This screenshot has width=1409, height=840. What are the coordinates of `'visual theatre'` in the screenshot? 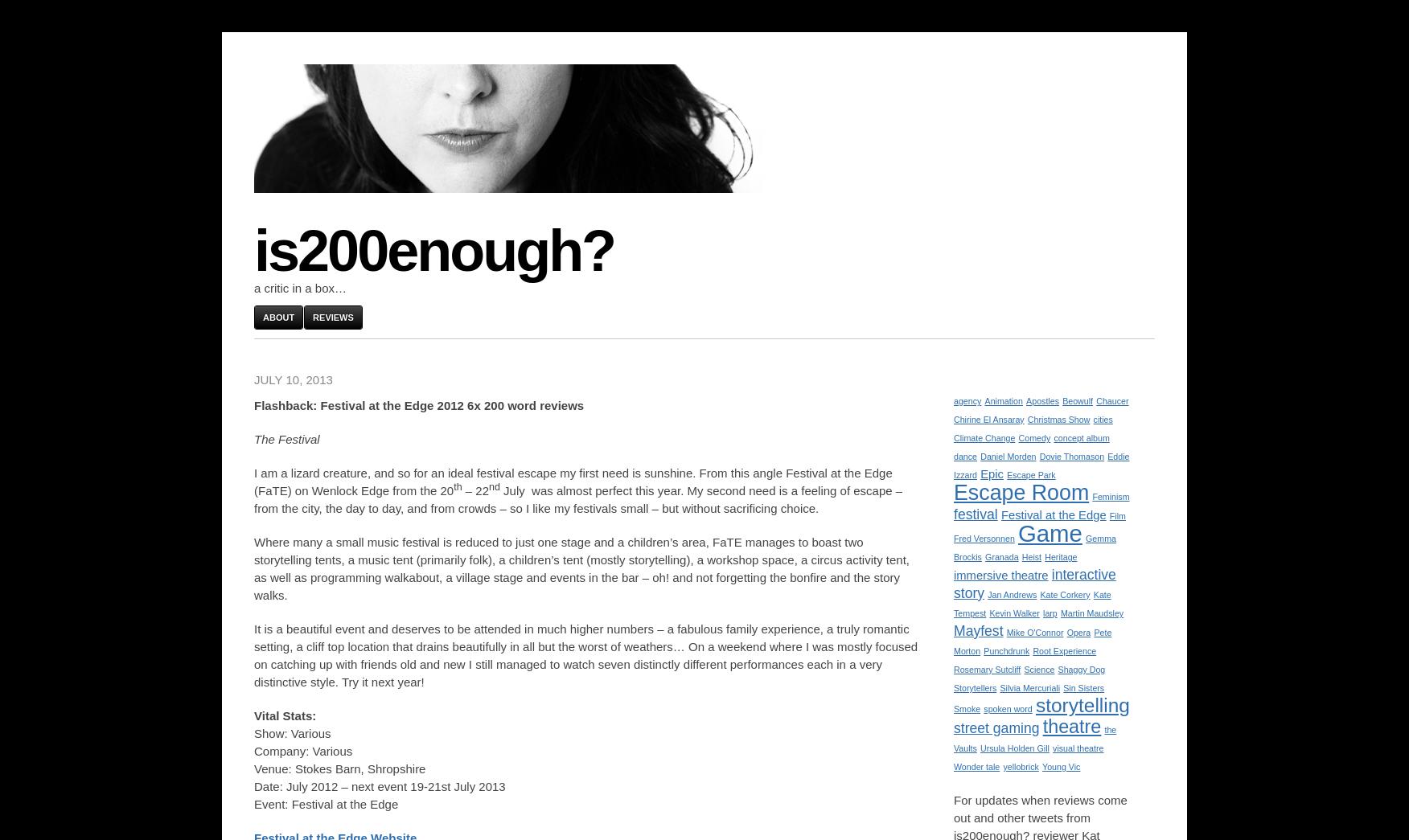 It's located at (1078, 747).